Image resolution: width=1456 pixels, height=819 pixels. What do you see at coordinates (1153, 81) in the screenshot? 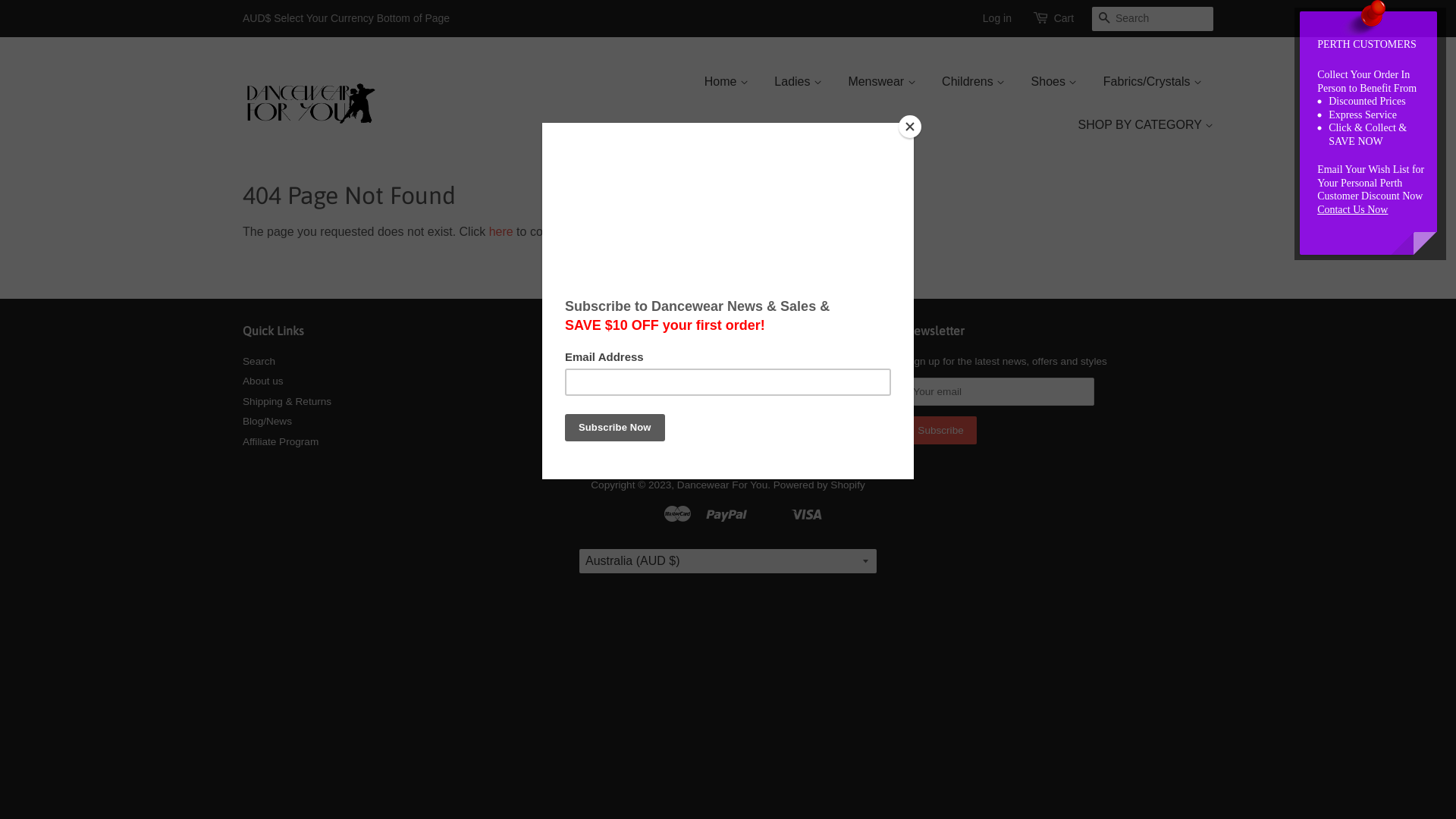
I see `'Fabrics/Crystals'` at bounding box center [1153, 81].